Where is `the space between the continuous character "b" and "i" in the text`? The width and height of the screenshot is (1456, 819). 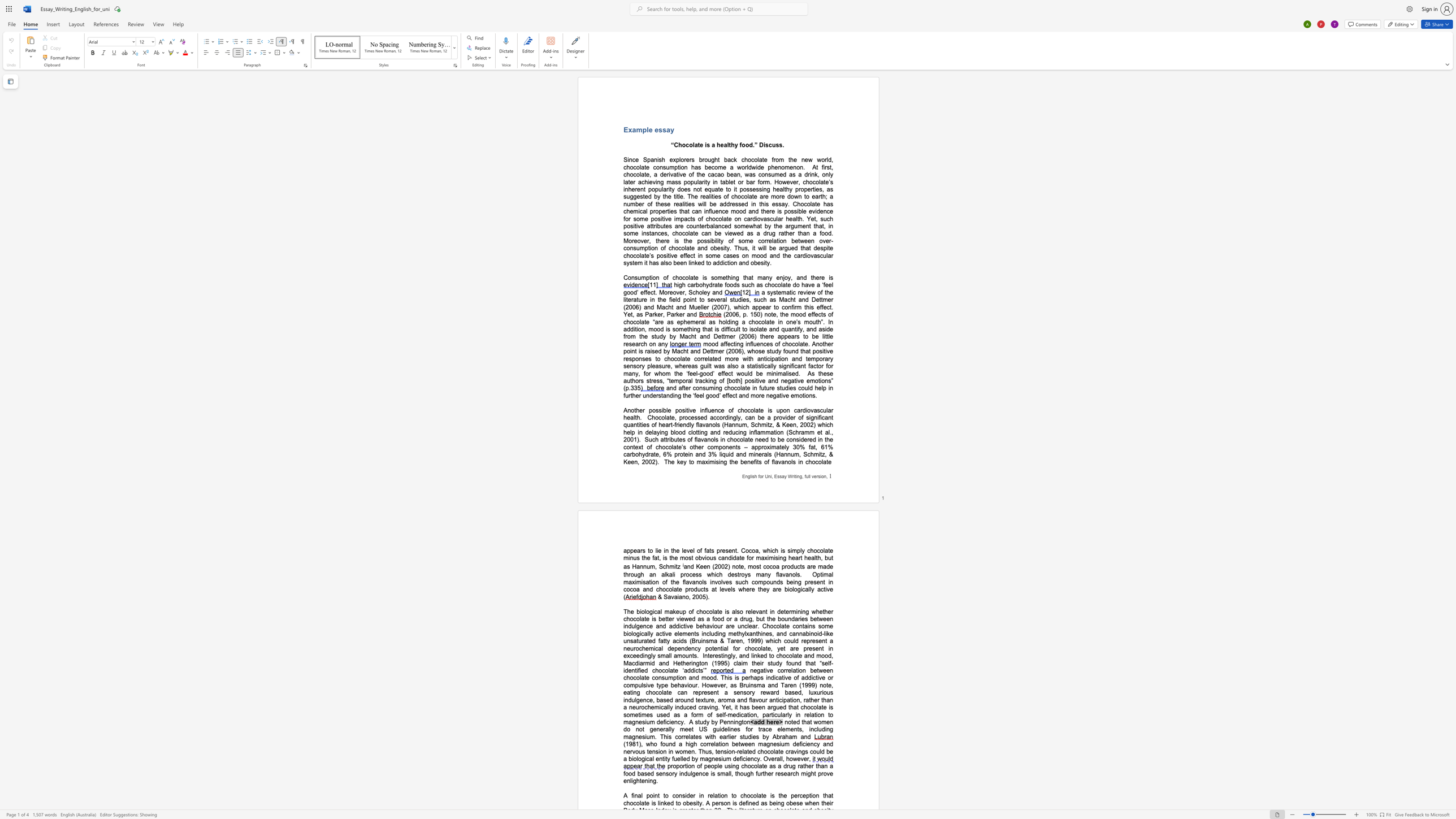
the space between the continuous character "b" and "i" in the text is located at coordinates (714, 240).